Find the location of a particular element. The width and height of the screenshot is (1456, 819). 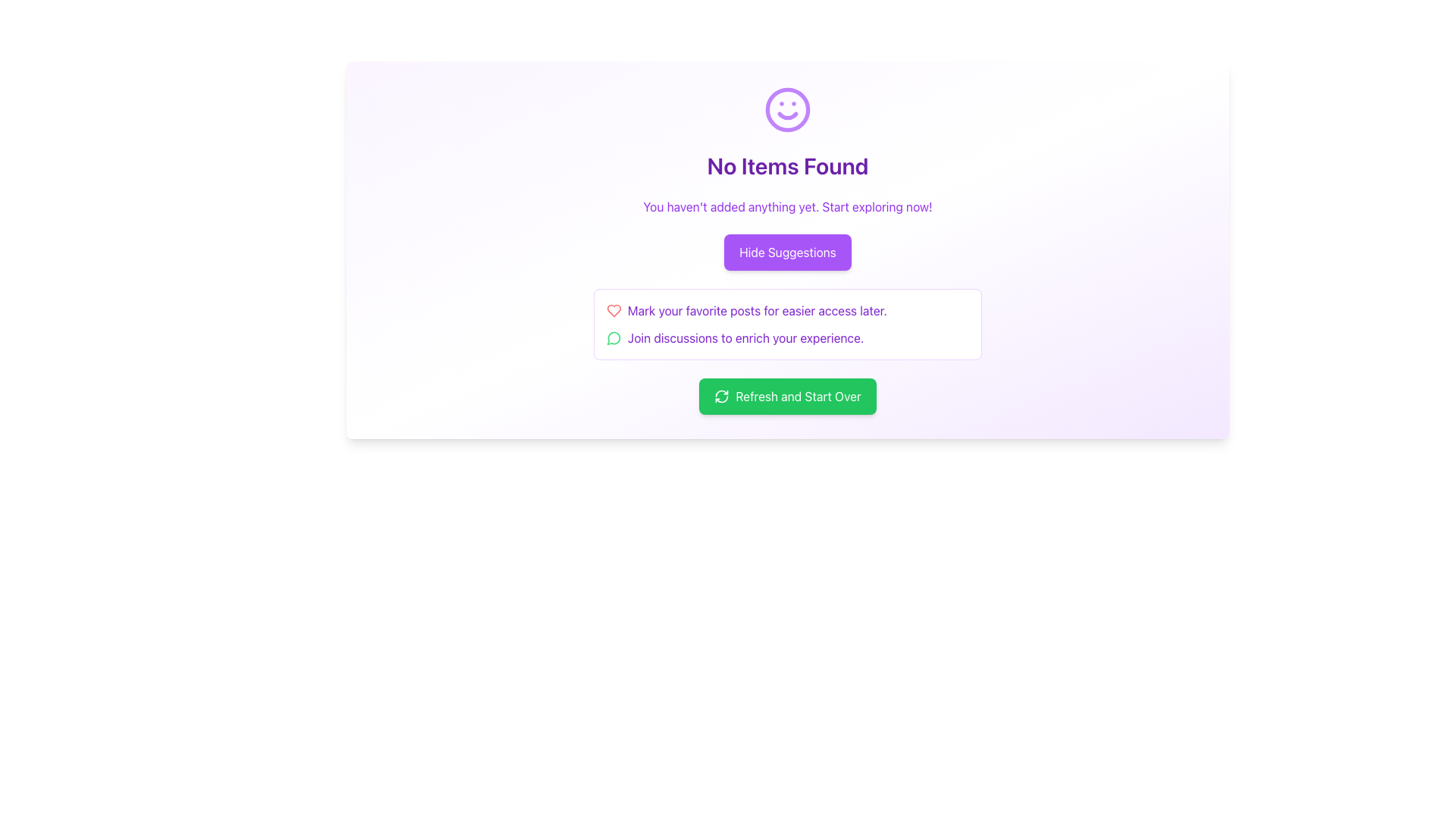

the label indicating that no items are currently available, located beneath the smiley icon and above the subtitle 'You haven't added anything yet.' is located at coordinates (787, 166).